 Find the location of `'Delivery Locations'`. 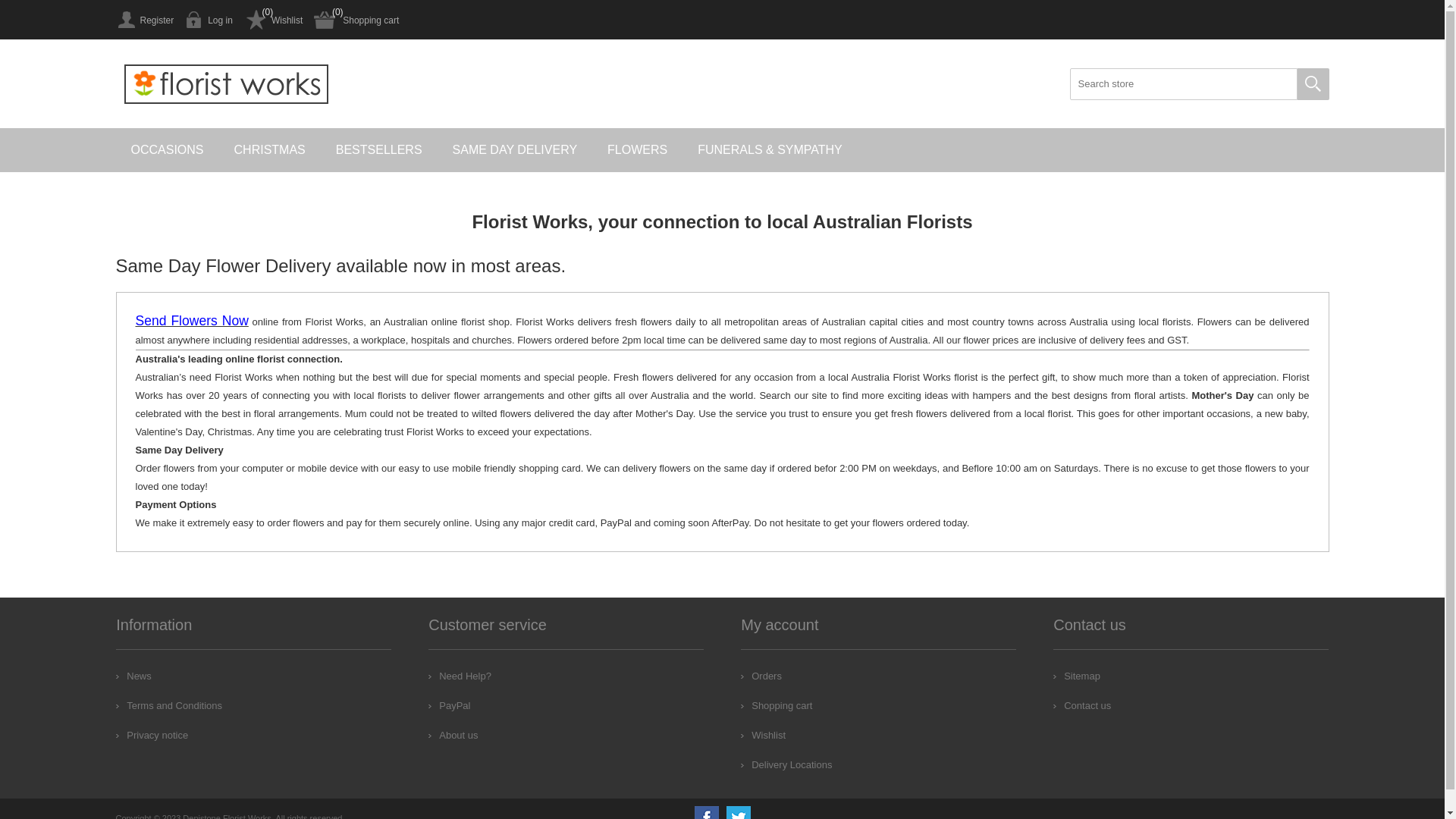

'Delivery Locations' is located at coordinates (741, 764).